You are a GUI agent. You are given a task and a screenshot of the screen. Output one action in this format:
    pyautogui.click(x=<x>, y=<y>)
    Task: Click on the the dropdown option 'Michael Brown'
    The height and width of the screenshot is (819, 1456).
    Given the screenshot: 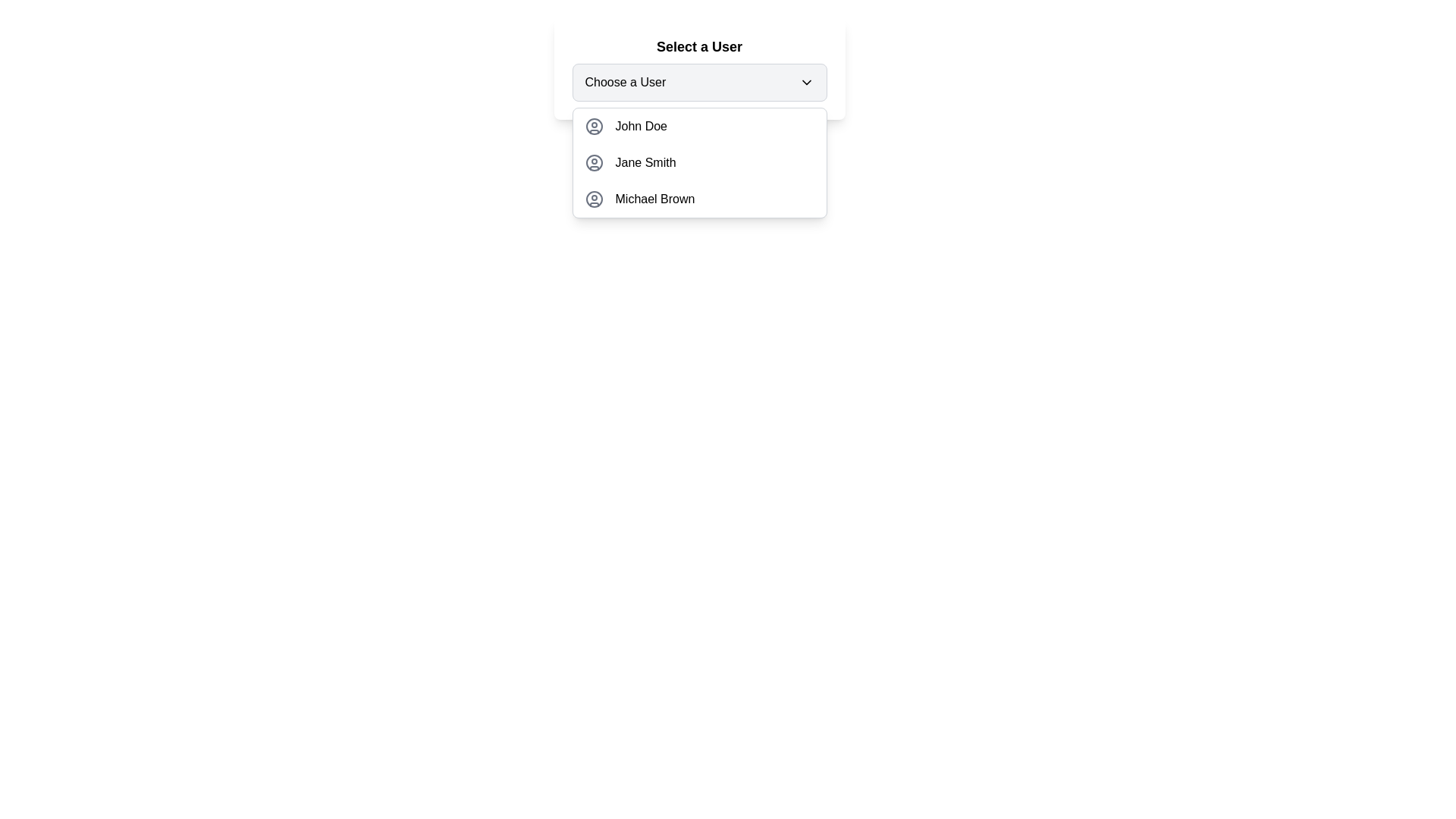 What is the action you would take?
    pyautogui.click(x=655, y=198)
    